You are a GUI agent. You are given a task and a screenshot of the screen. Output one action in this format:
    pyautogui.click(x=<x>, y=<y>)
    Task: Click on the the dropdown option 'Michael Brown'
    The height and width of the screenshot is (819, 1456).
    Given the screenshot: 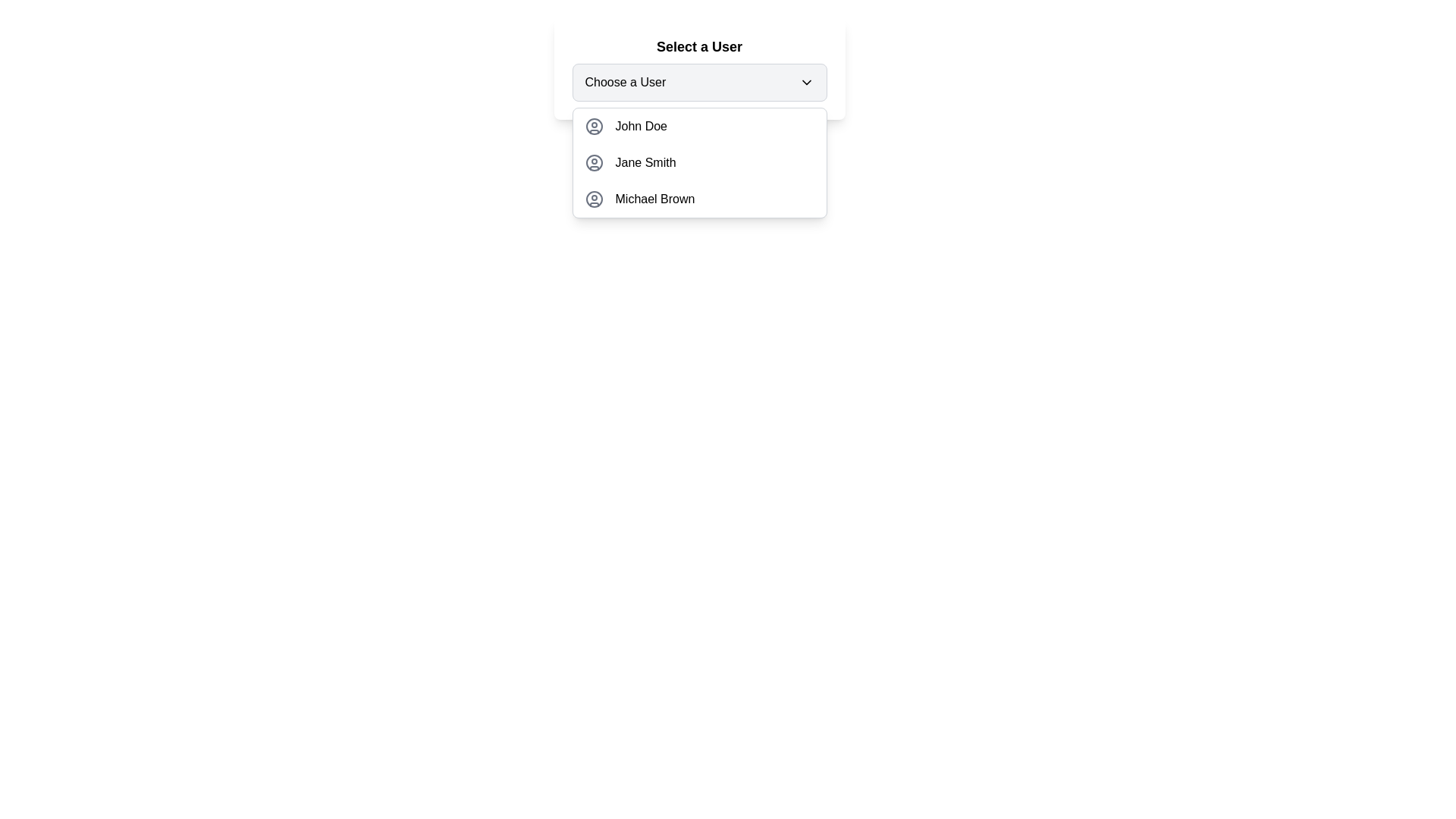 What is the action you would take?
    pyautogui.click(x=655, y=198)
    